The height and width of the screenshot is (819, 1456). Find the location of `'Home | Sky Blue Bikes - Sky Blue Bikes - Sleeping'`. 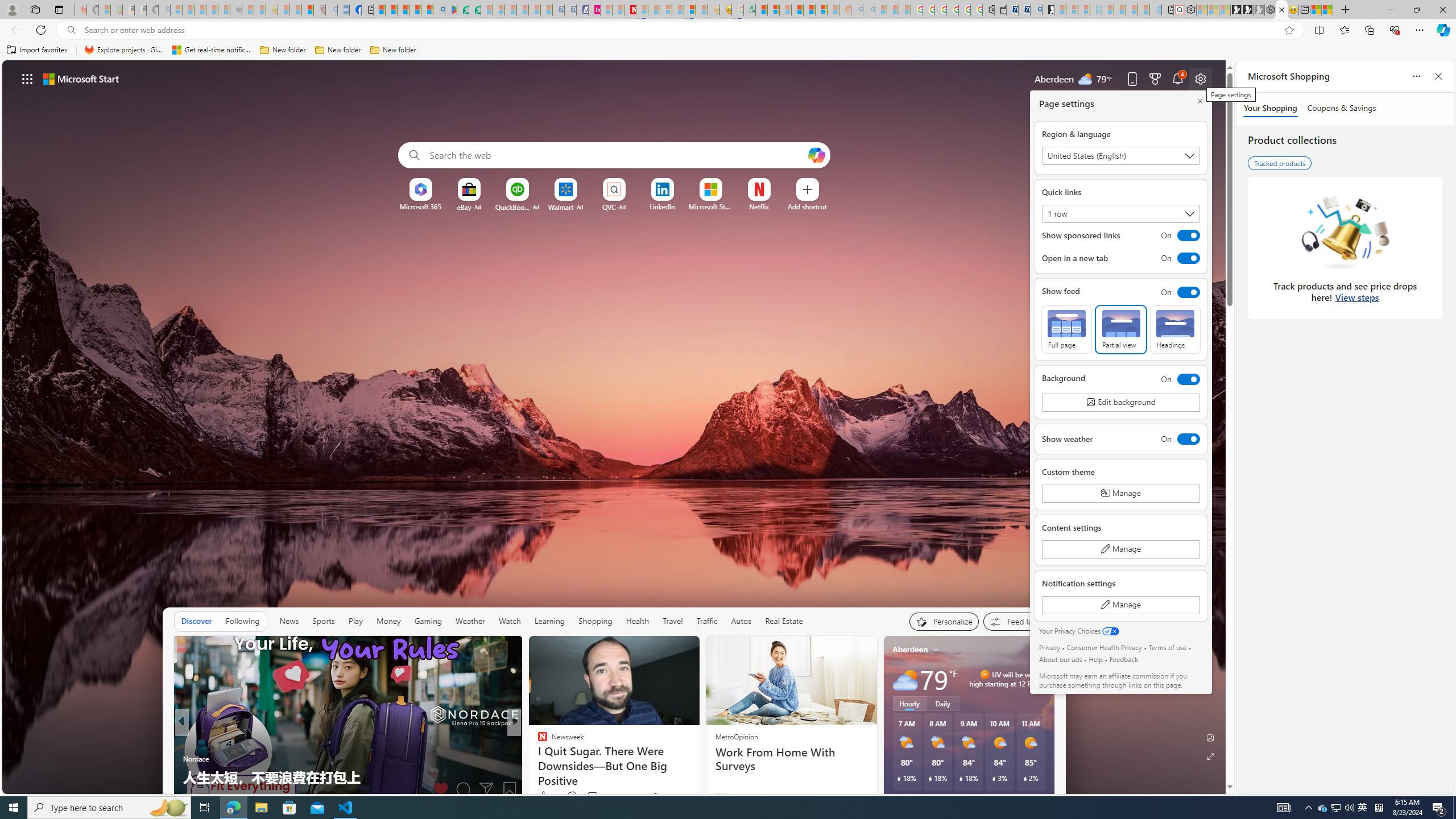

'Home | Sky Blue Bikes - Sky Blue Bikes - Sleeping' is located at coordinates (1155, 9).